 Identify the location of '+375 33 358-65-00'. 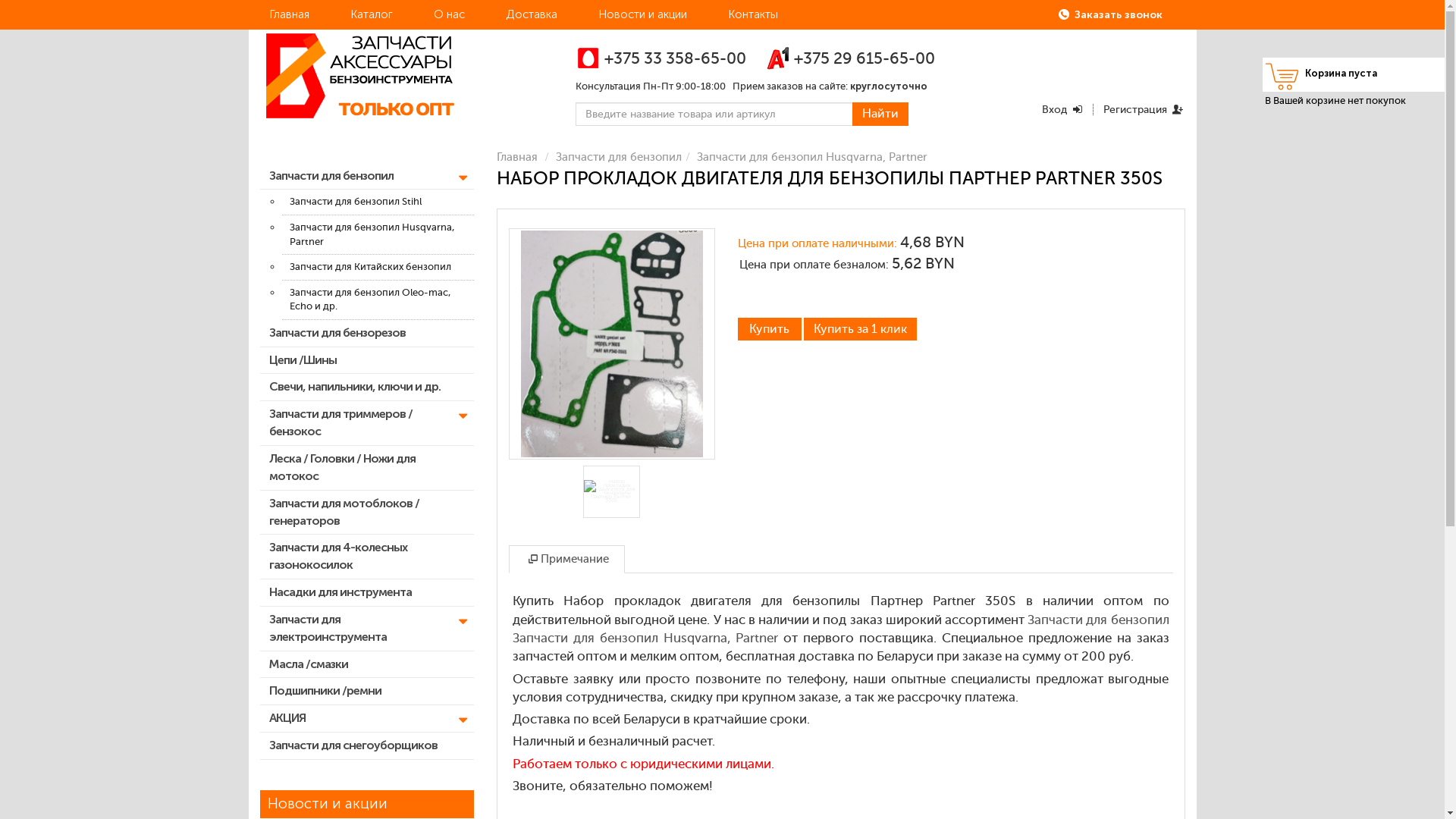
(661, 58).